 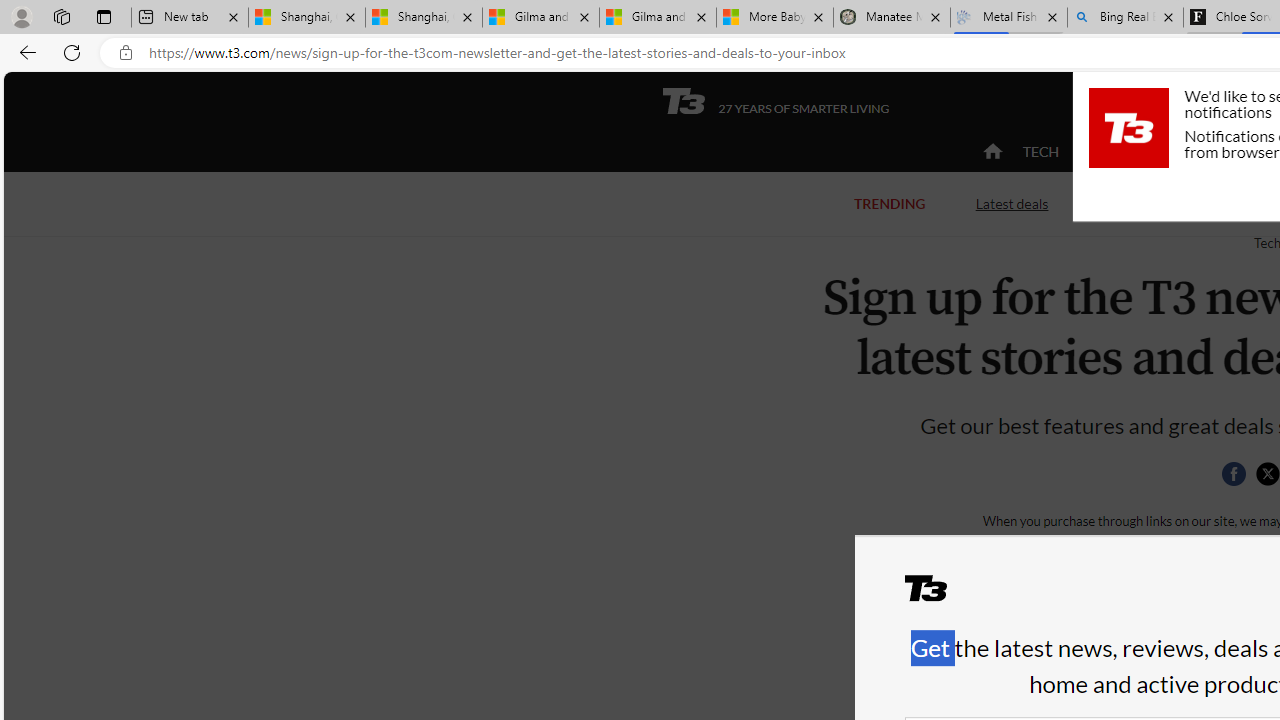 What do you see at coordinates (1124, 150) in the screenshot?
I see `'ACTIVE'` at bounding box center [1124, 150].